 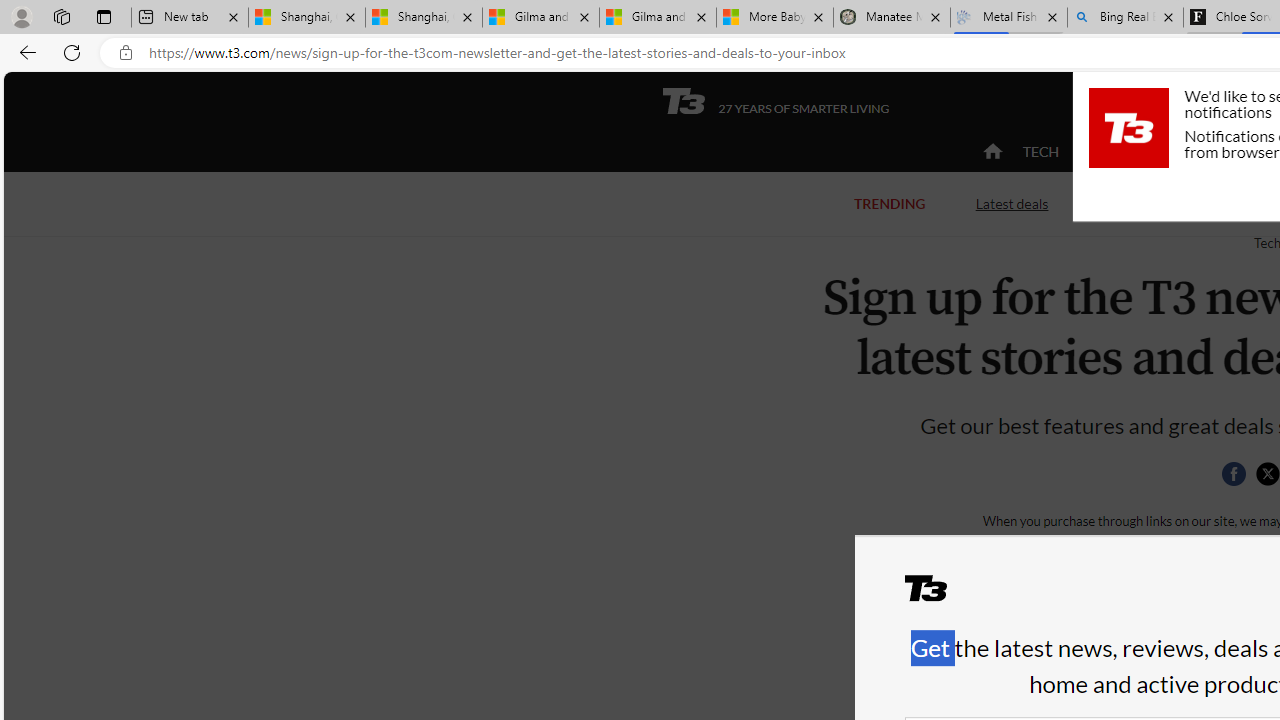 What do you see at coordinates (1124, 150) in the screenshot?
I see `'ACTIVE'` at bounding box center [1124, 150].